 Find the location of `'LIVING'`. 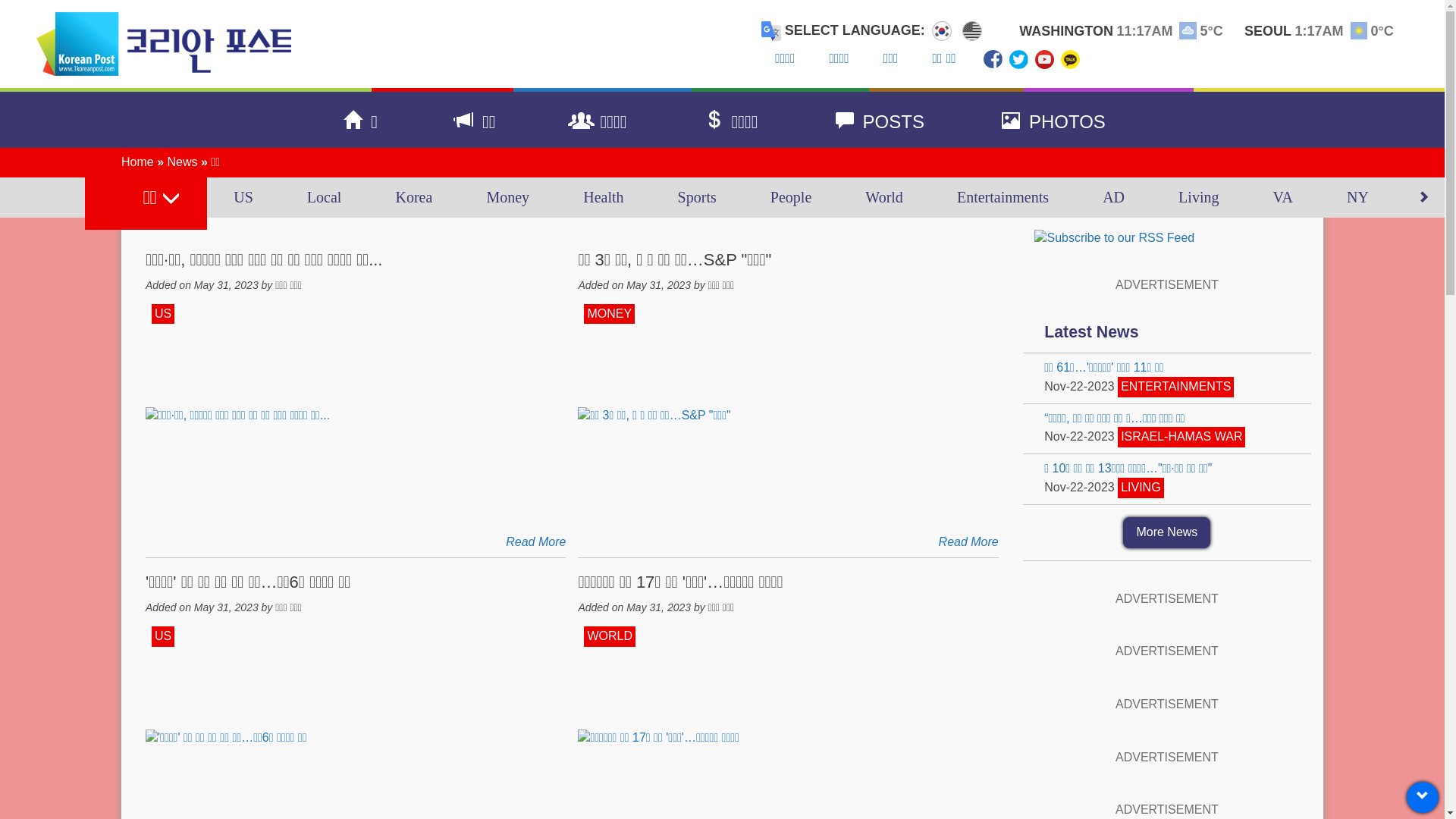

'LIVING' is located at coordinates (1117, 488).